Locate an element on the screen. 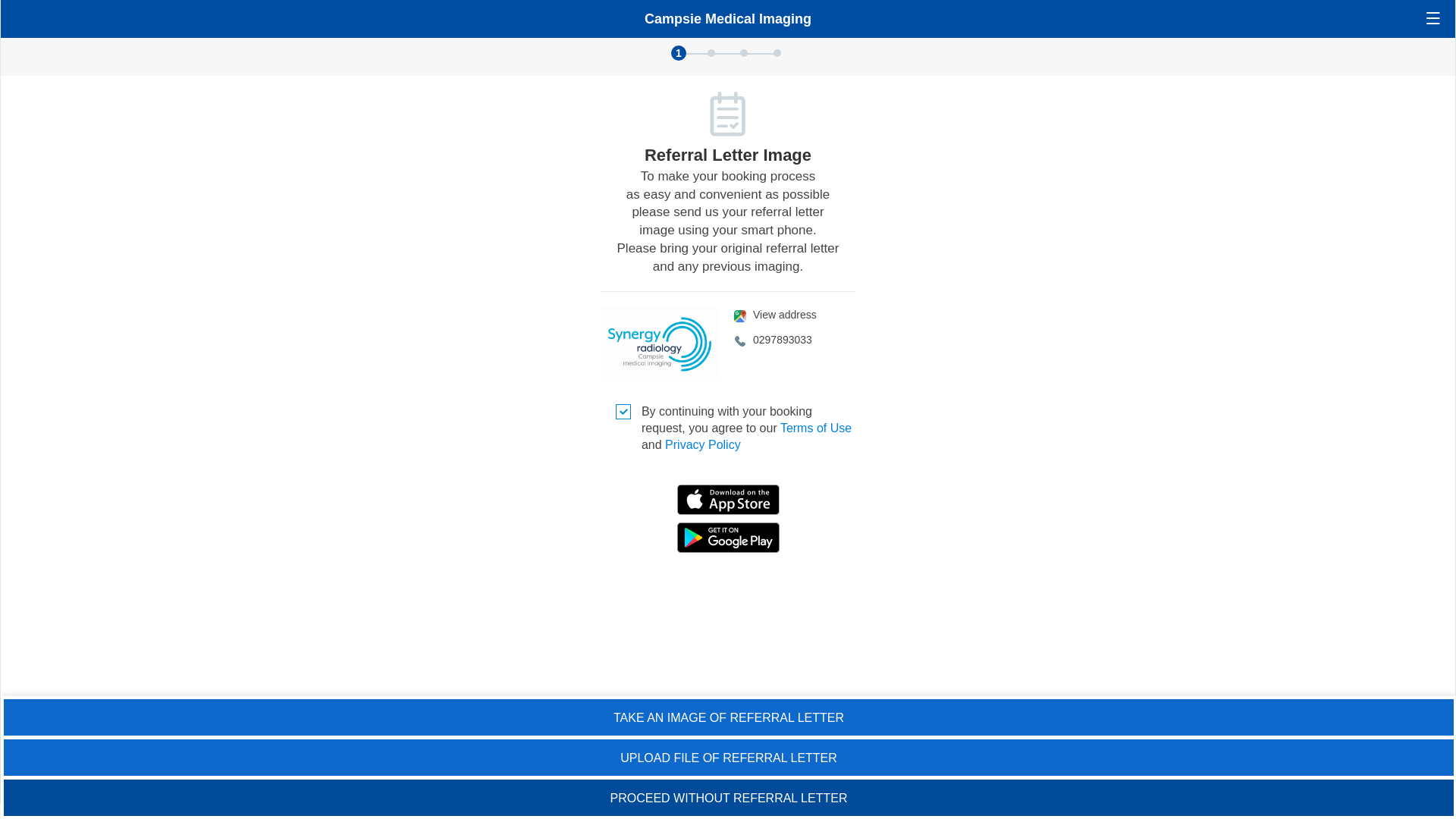 The width and height of the screenshot is (1456, 819). 'PROCEED WITHOUT REFERRAL LETTER' is located at coordinates (728, 797).